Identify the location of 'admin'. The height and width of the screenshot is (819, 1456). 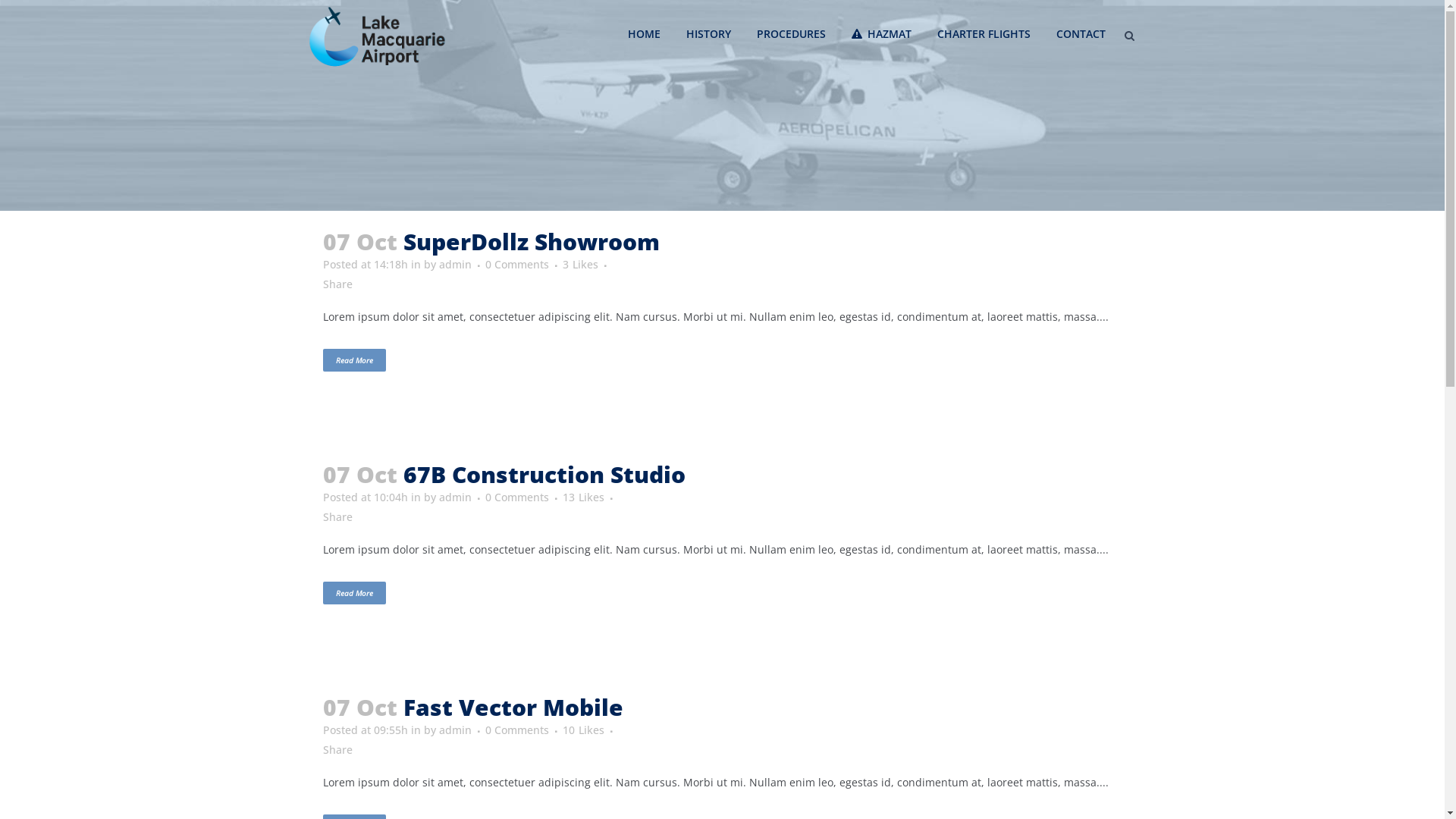
(453, 263).